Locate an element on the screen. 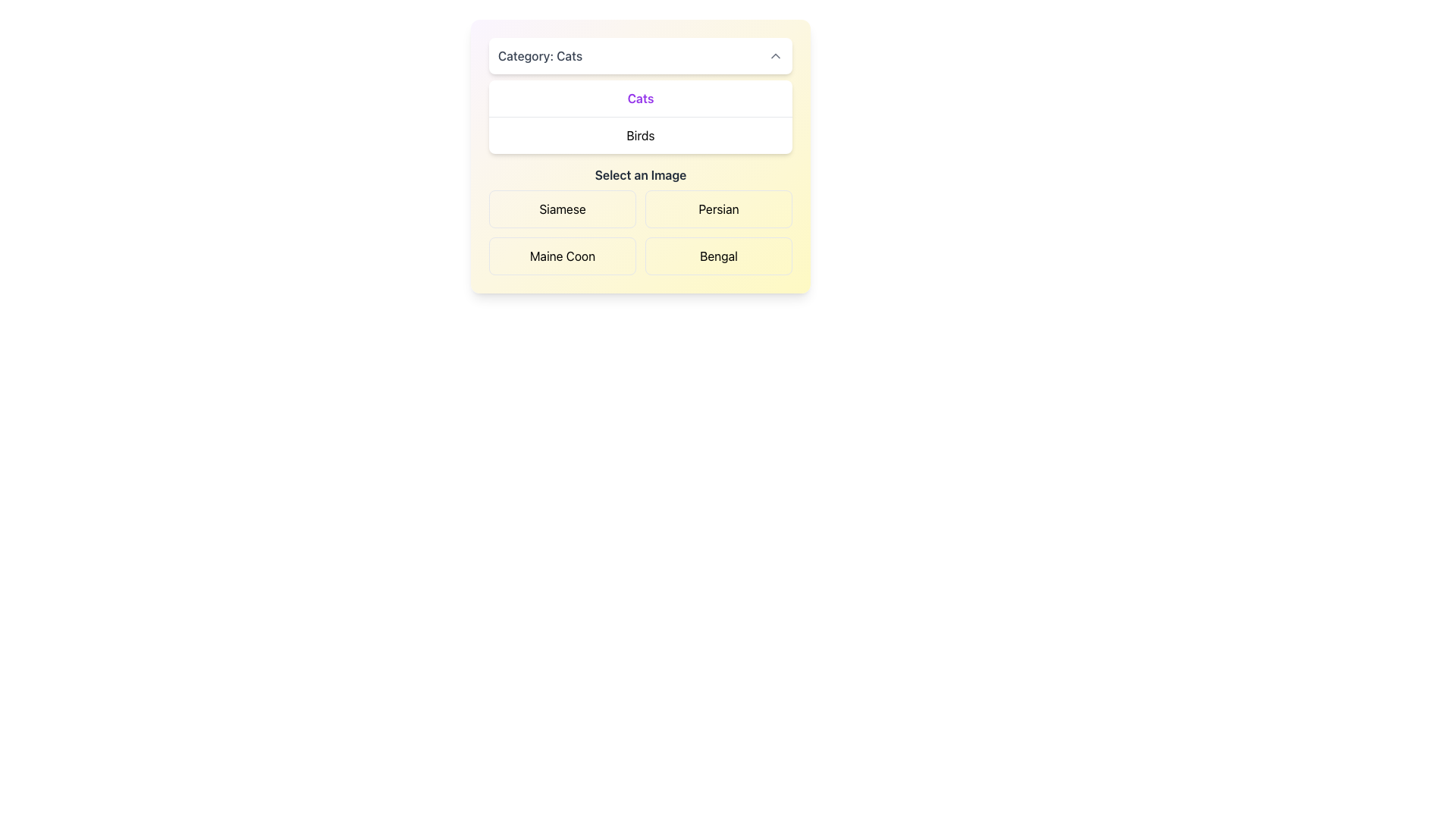 This screenshot has width=1456, height=819. the top-left selectable option labeled 'Siamese' in the grid under the heading 'Select an Image' is located at coordinates (562, 209).